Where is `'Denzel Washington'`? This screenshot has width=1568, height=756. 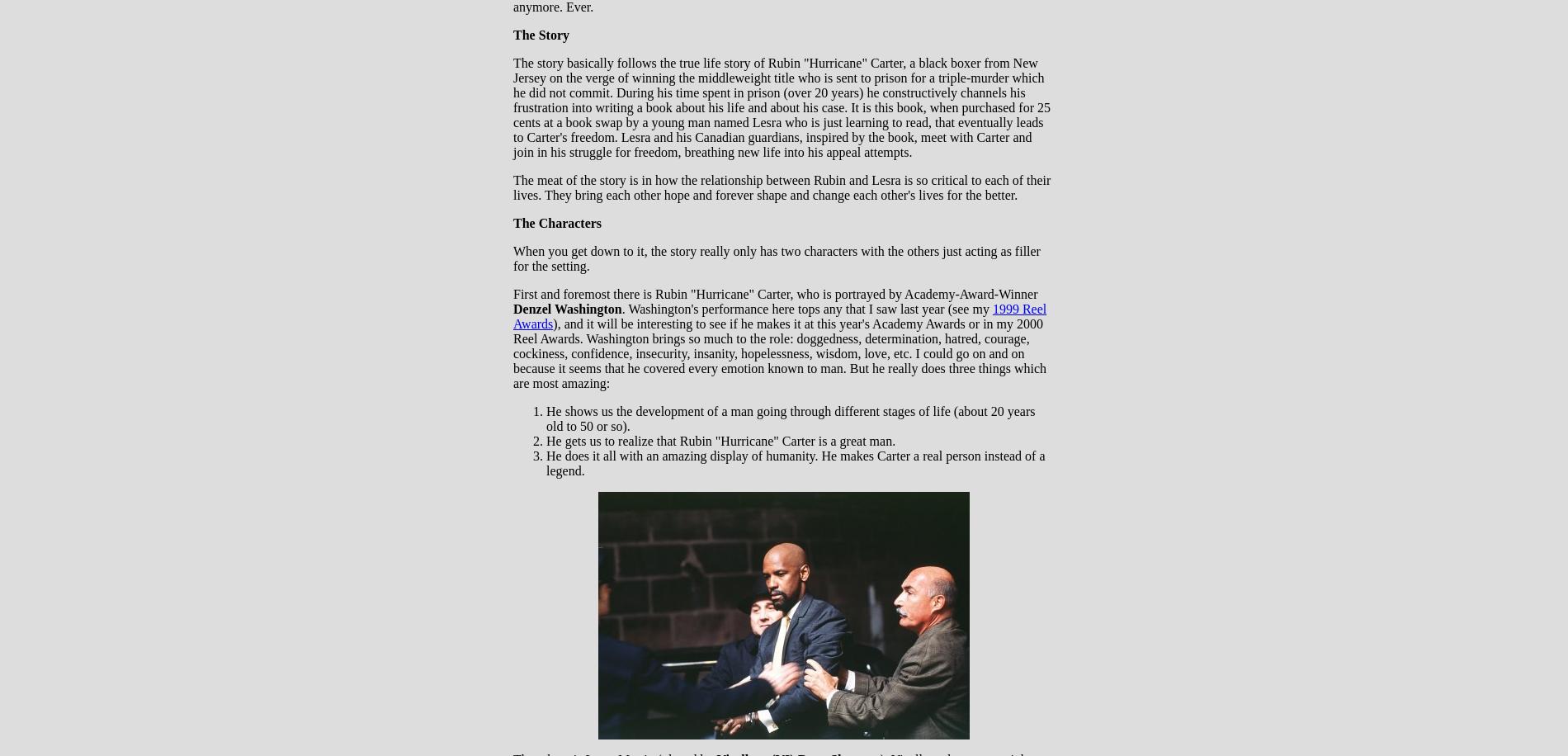
'Denzel Washington' is located at coordinates (567, 309).